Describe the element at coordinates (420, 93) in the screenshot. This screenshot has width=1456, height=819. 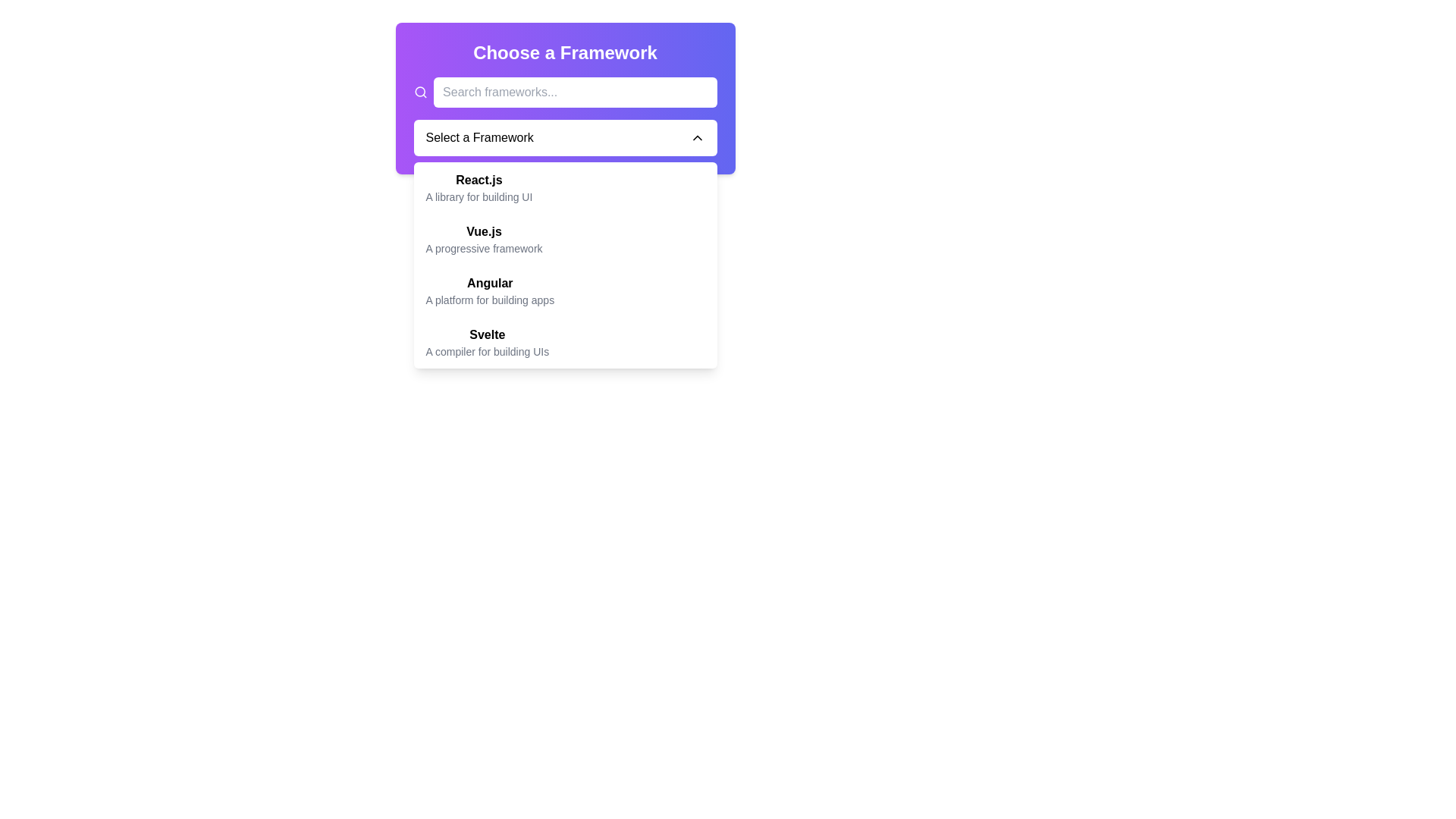
I see `the magnifying glass icon that symbolizes the search functionality, which is part of the search input UI located at the top-left corner of the search UI section` at that location.